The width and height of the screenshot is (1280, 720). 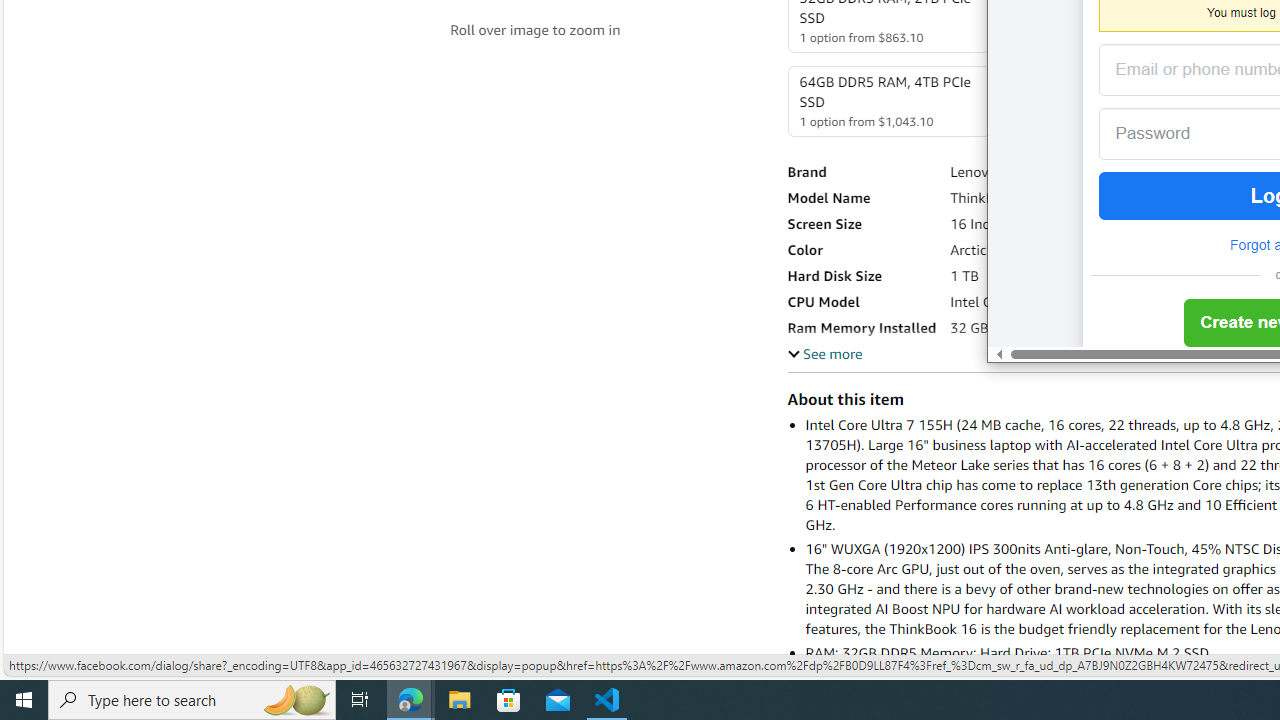 What do you see at coordinates (294, 698) in the screenshot?
I see `'Search highlights icon opens search home window'` at bounding box center [294, 698].